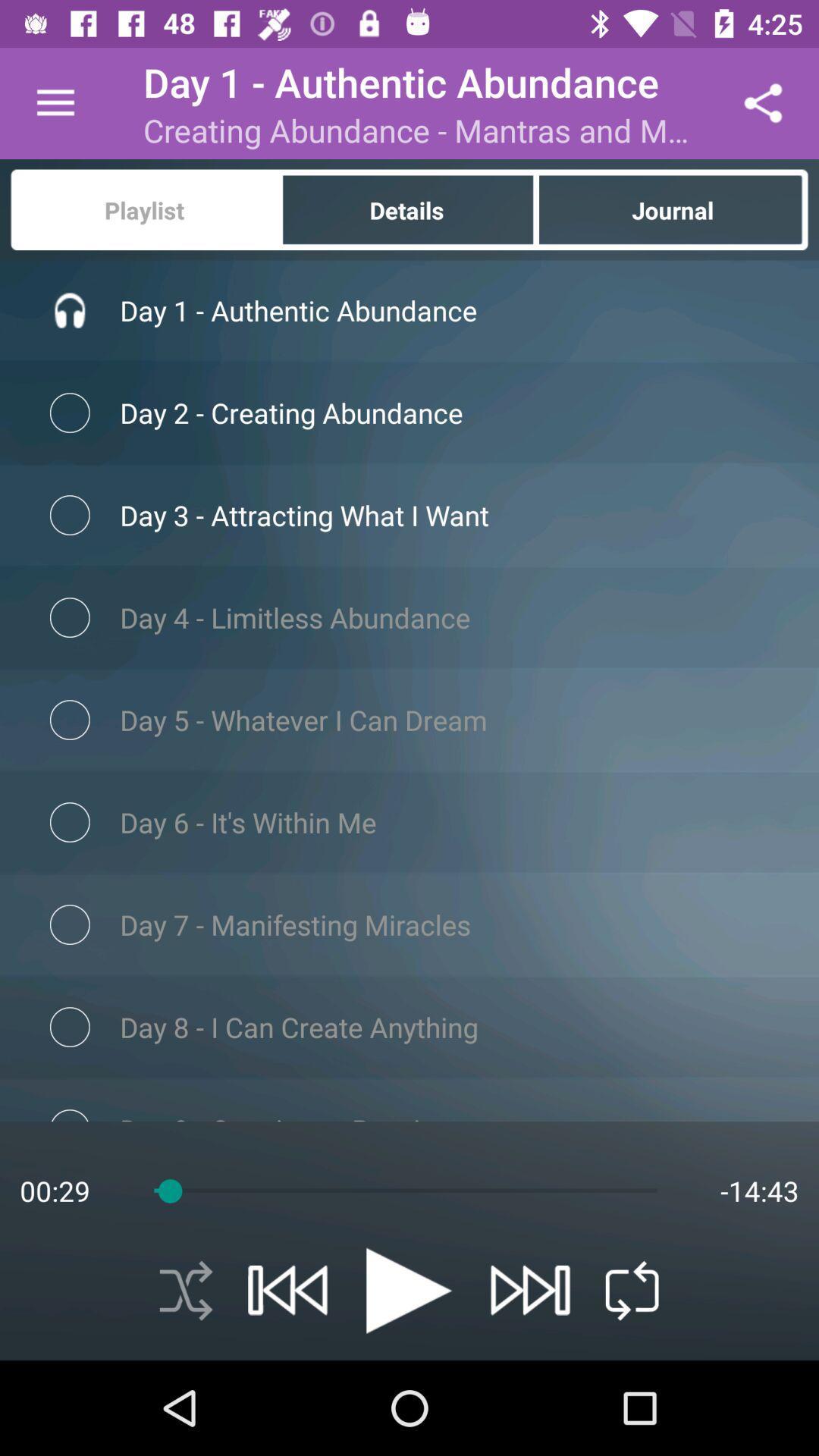  What do you see at coordinates (55, 102) in the screenshot?
I see `item to the left of the day 1 authentic` at bounding box center [55, 102].